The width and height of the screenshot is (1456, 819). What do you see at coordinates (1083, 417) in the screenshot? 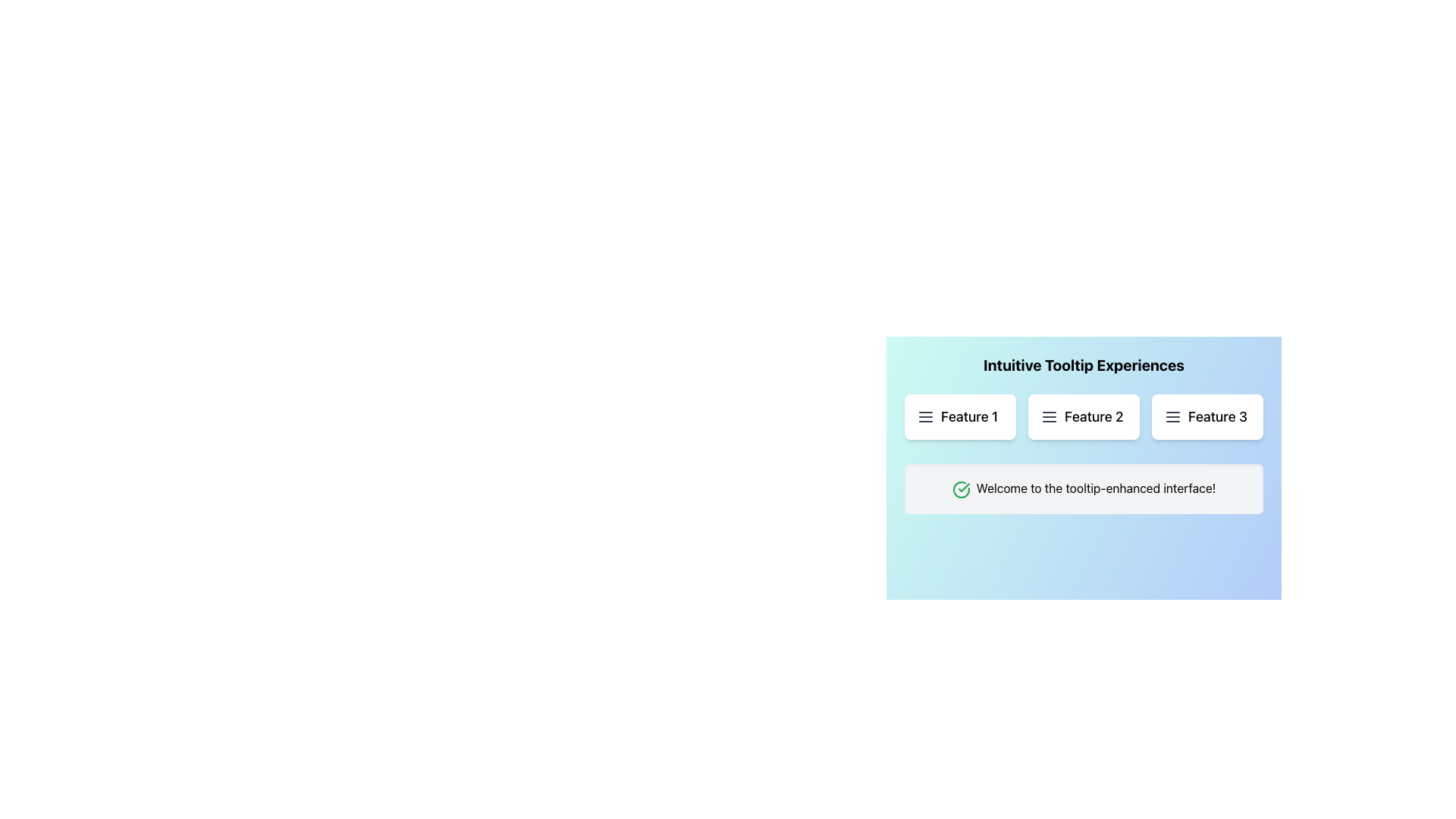
I see `the tile in the grid containing feature tiles located below the heading 'Intuitive Tooltip Experiences'` at bounding box center [1083, 417].